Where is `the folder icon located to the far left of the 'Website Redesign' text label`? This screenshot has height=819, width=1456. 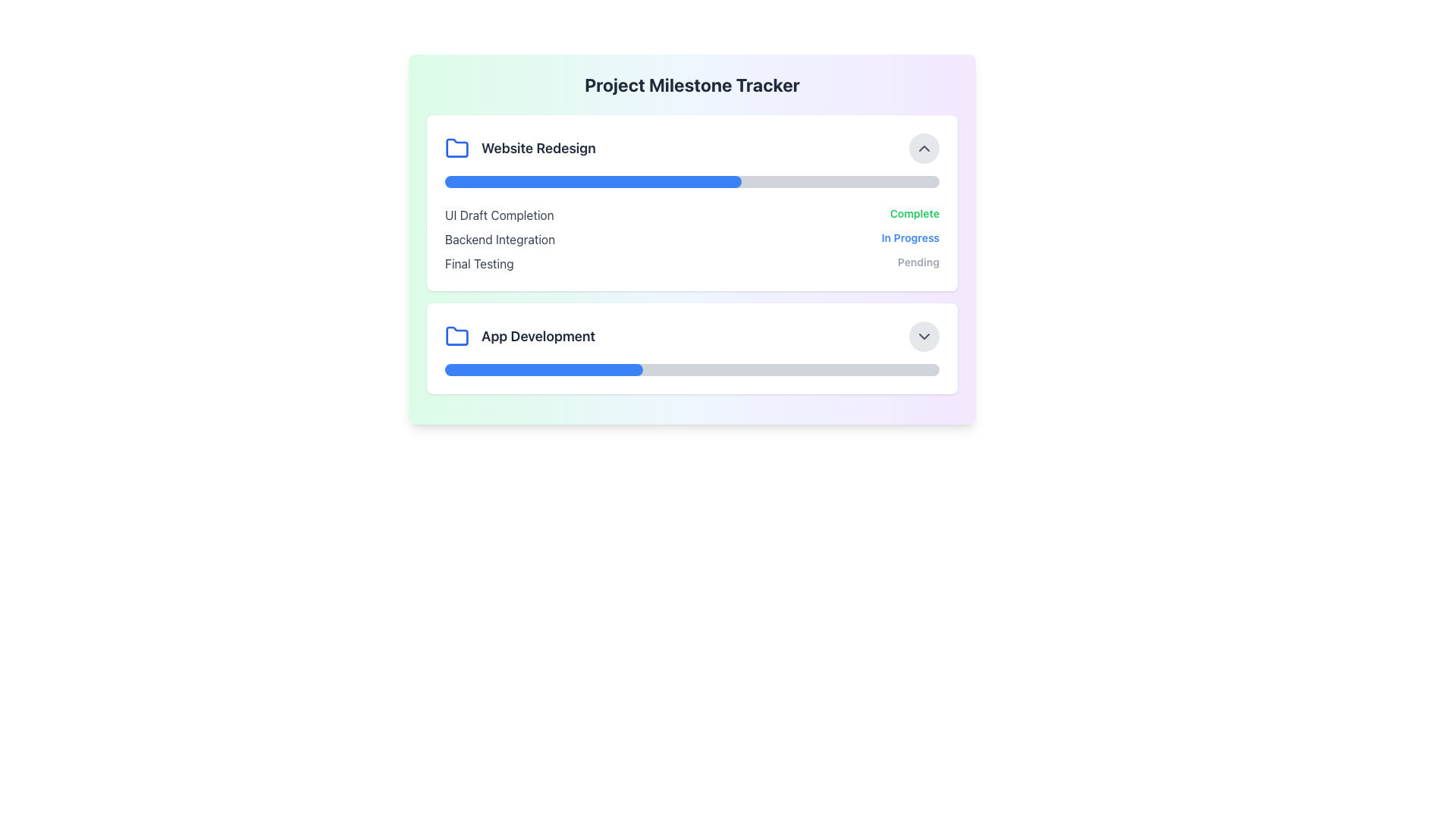
the folder icon located to the far left of the 'Website Redesign' text label is located at coordinates (457, 149).